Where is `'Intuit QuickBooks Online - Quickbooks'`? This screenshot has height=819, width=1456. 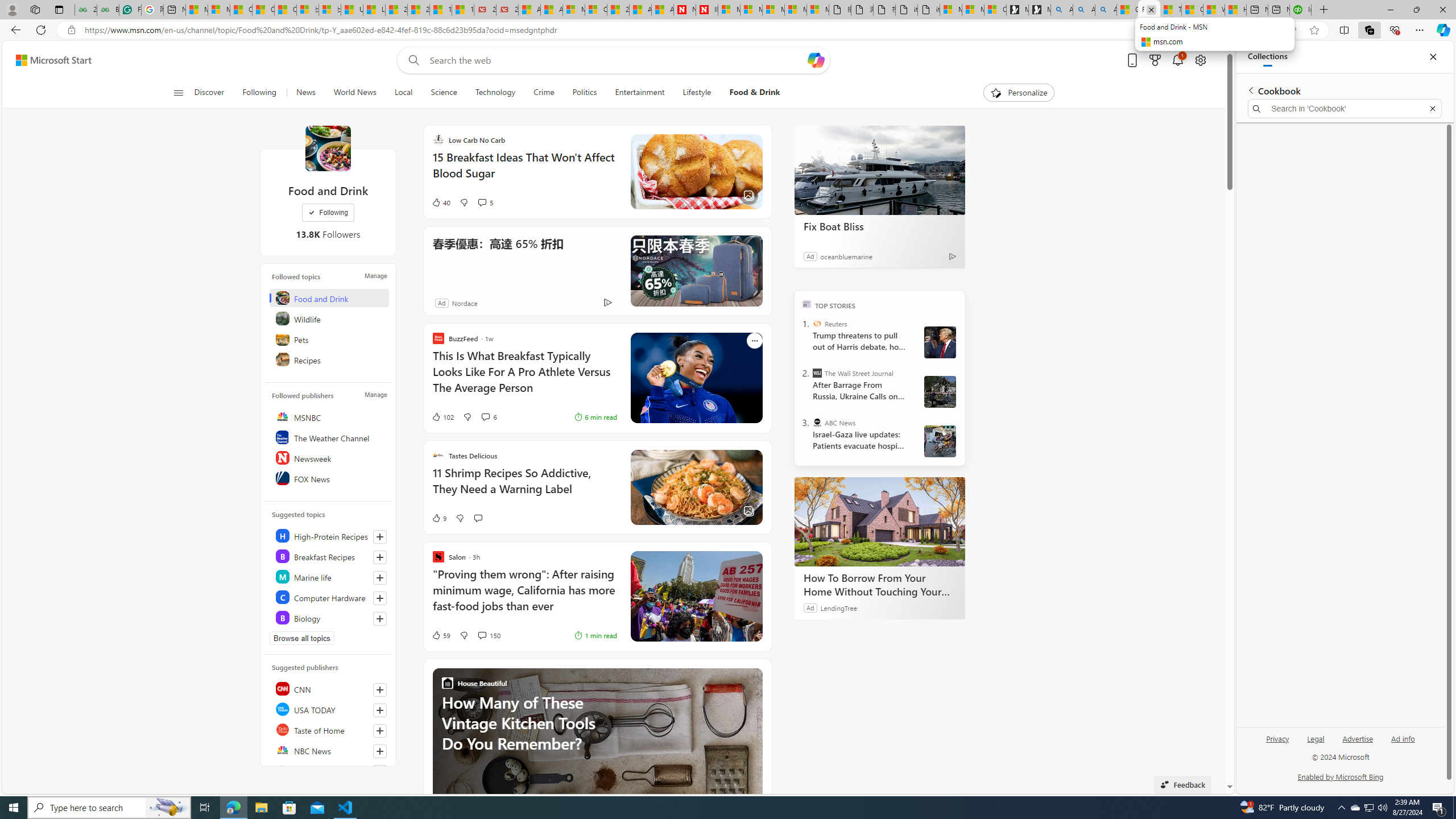
'Intuit QuickBooks Online - Quickbooks' is located at coordinates (1300, 9).